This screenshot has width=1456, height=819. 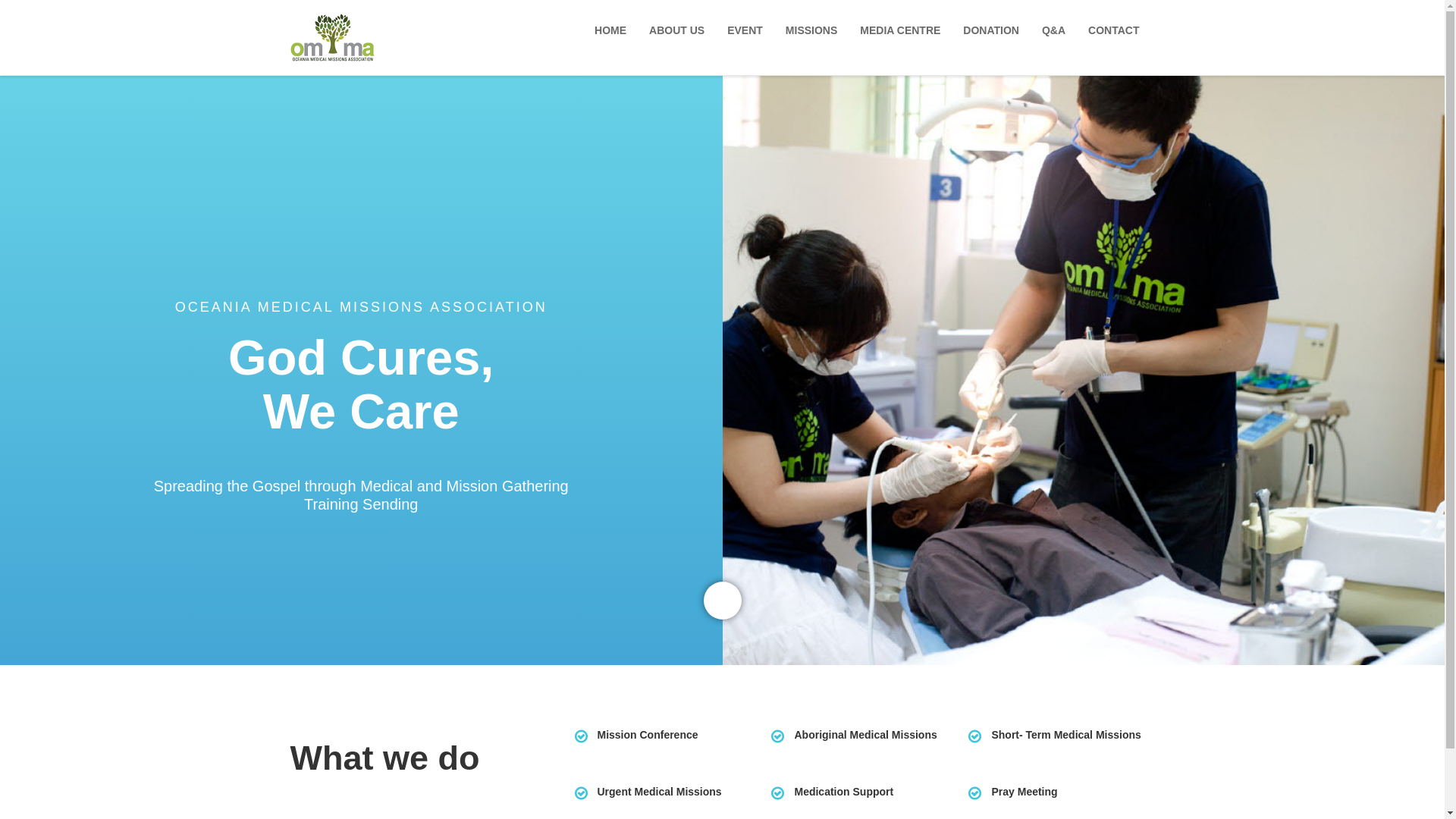 What do you see at coordinates (1056, 30) in the screenshot?
I see `'Q&A'` at bounding box center [1056, 30].